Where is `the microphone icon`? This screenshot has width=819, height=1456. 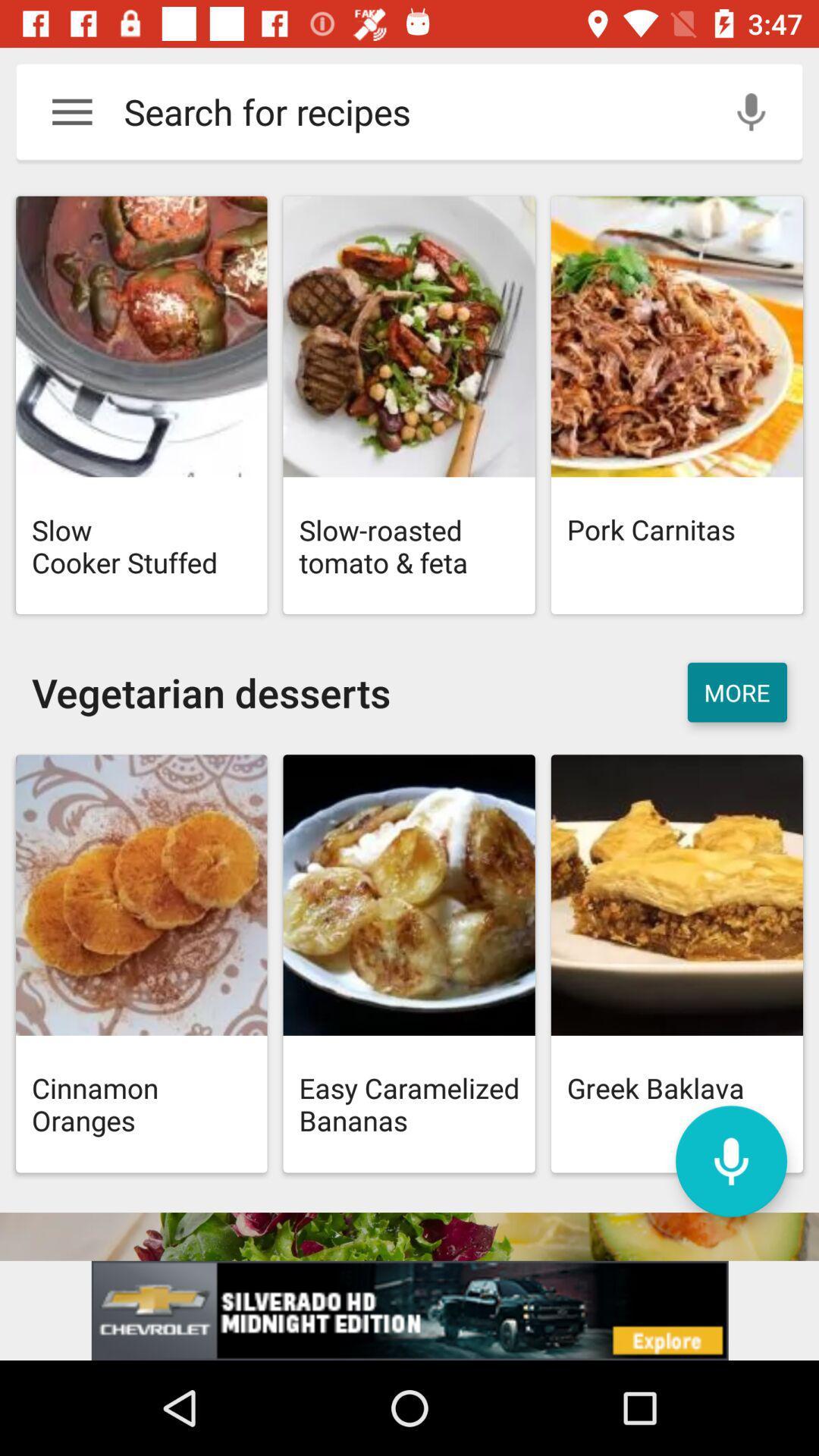 the microphone icon is located at coordinates (730, 1160).